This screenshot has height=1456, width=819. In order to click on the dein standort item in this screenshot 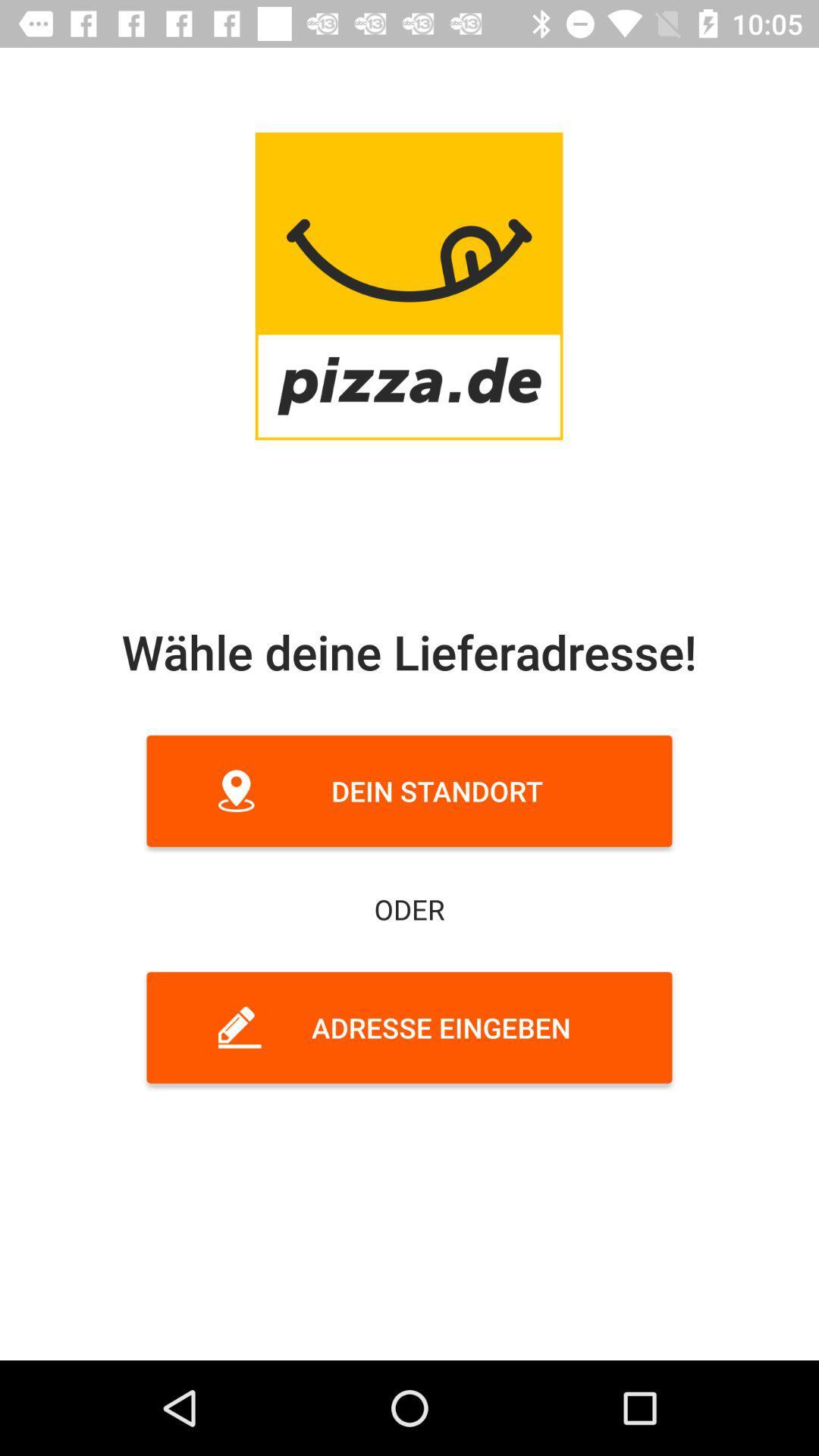, I will do `click(409, 790)`.